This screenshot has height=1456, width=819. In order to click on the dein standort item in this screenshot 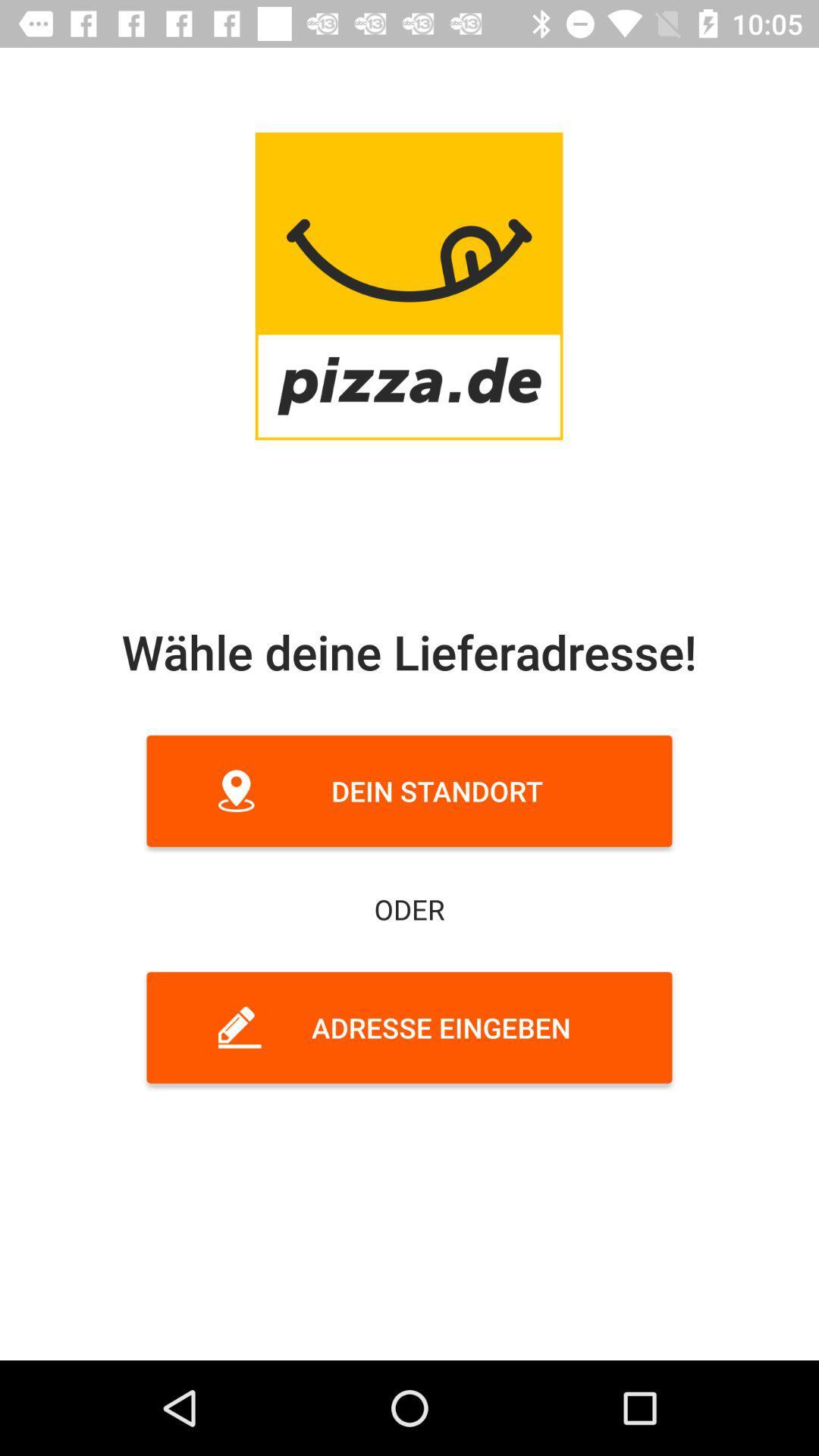, I will do `click(409, 790)`.